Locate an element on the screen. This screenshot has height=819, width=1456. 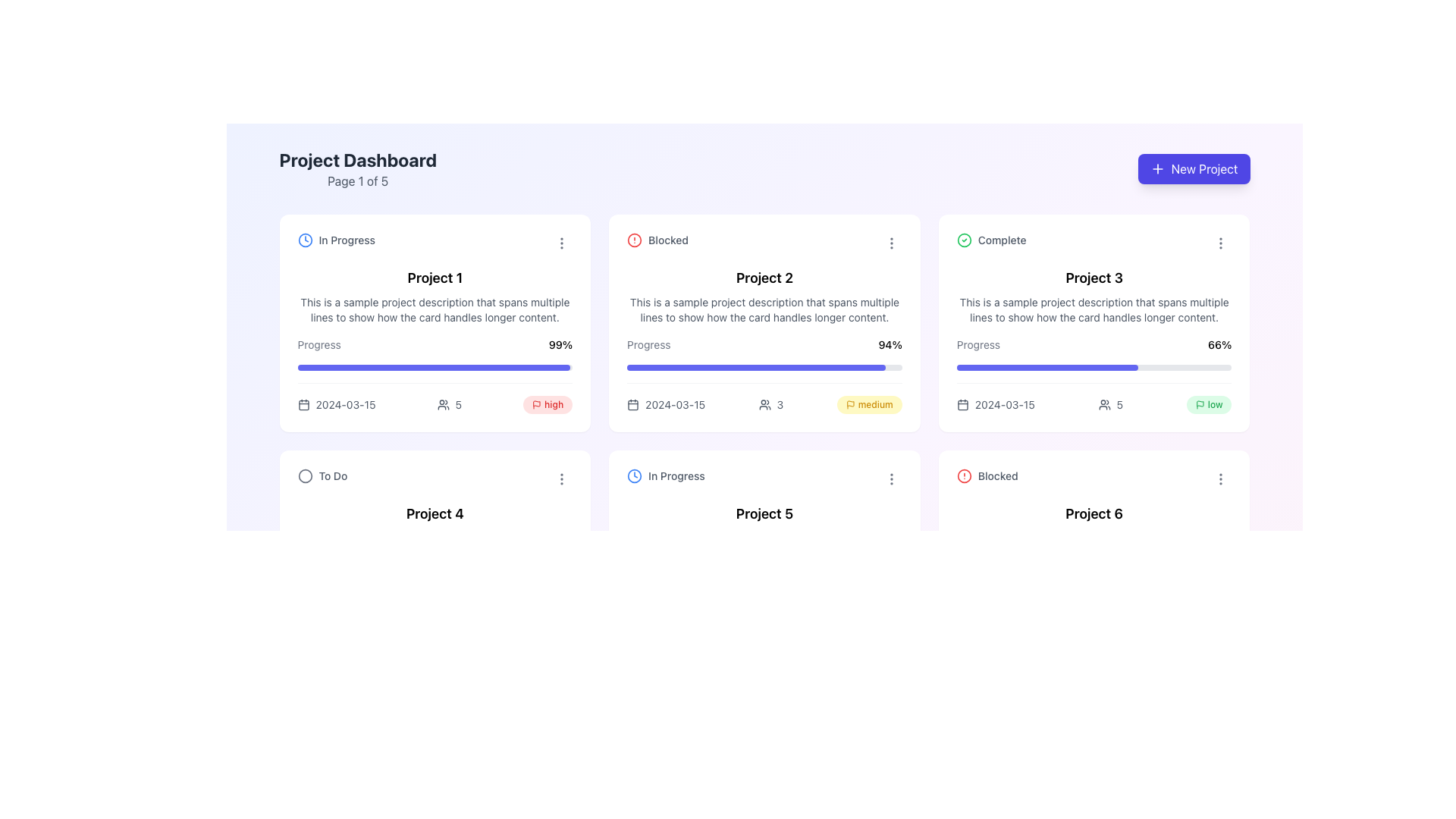
numerical value '5' displayed next to the user group icon in the information row at the bottom center of the 'Project 1' card is located at coordinates (448, 403).